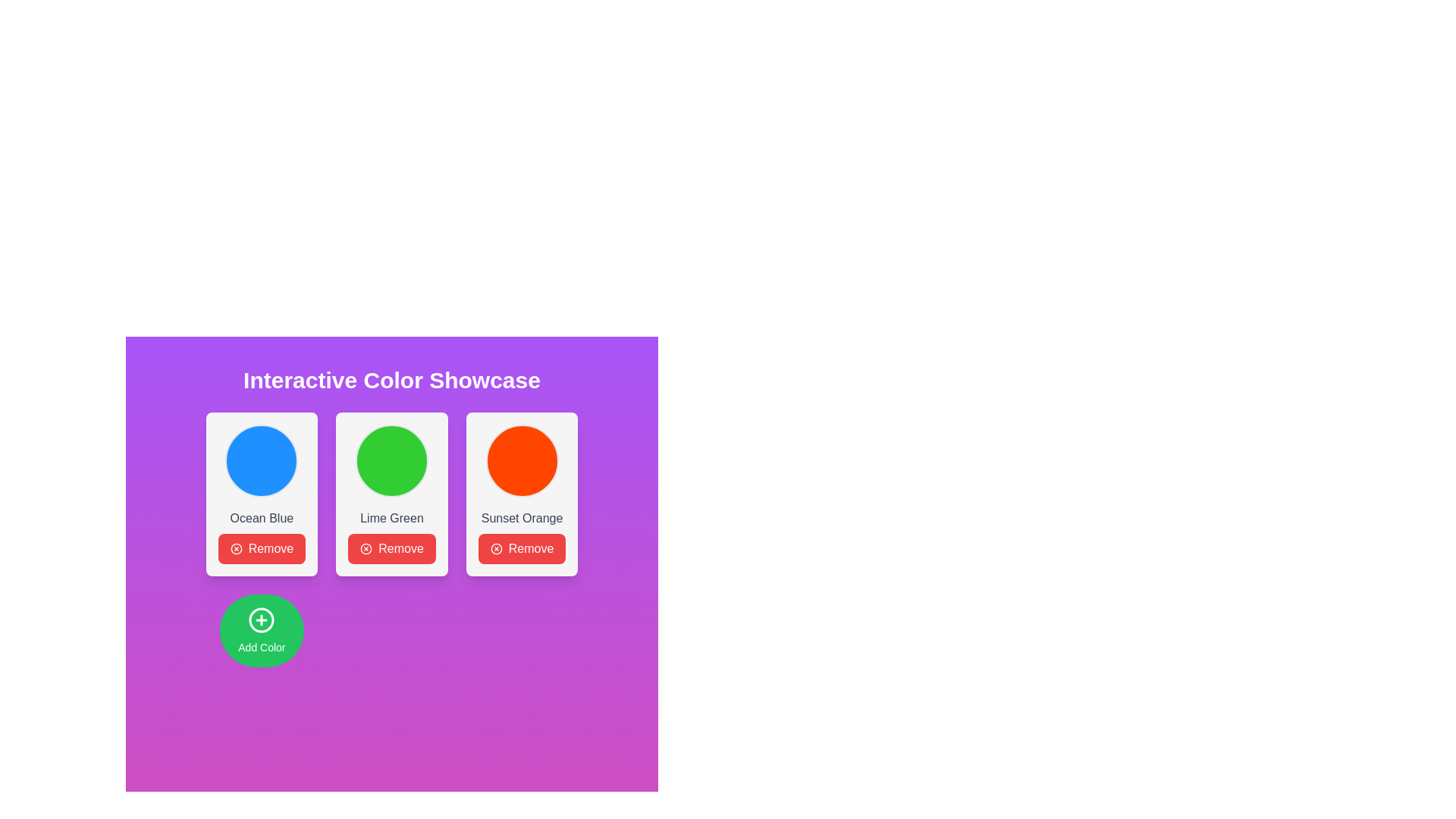  What do you see at coordinates (262, 460) in the screenshot?
I see `the card containing the circular element labeled 'Ocean Blue' which has a bright blue fill, located at the top center of the card in a three-card layout` at bounding box center [262, 460].